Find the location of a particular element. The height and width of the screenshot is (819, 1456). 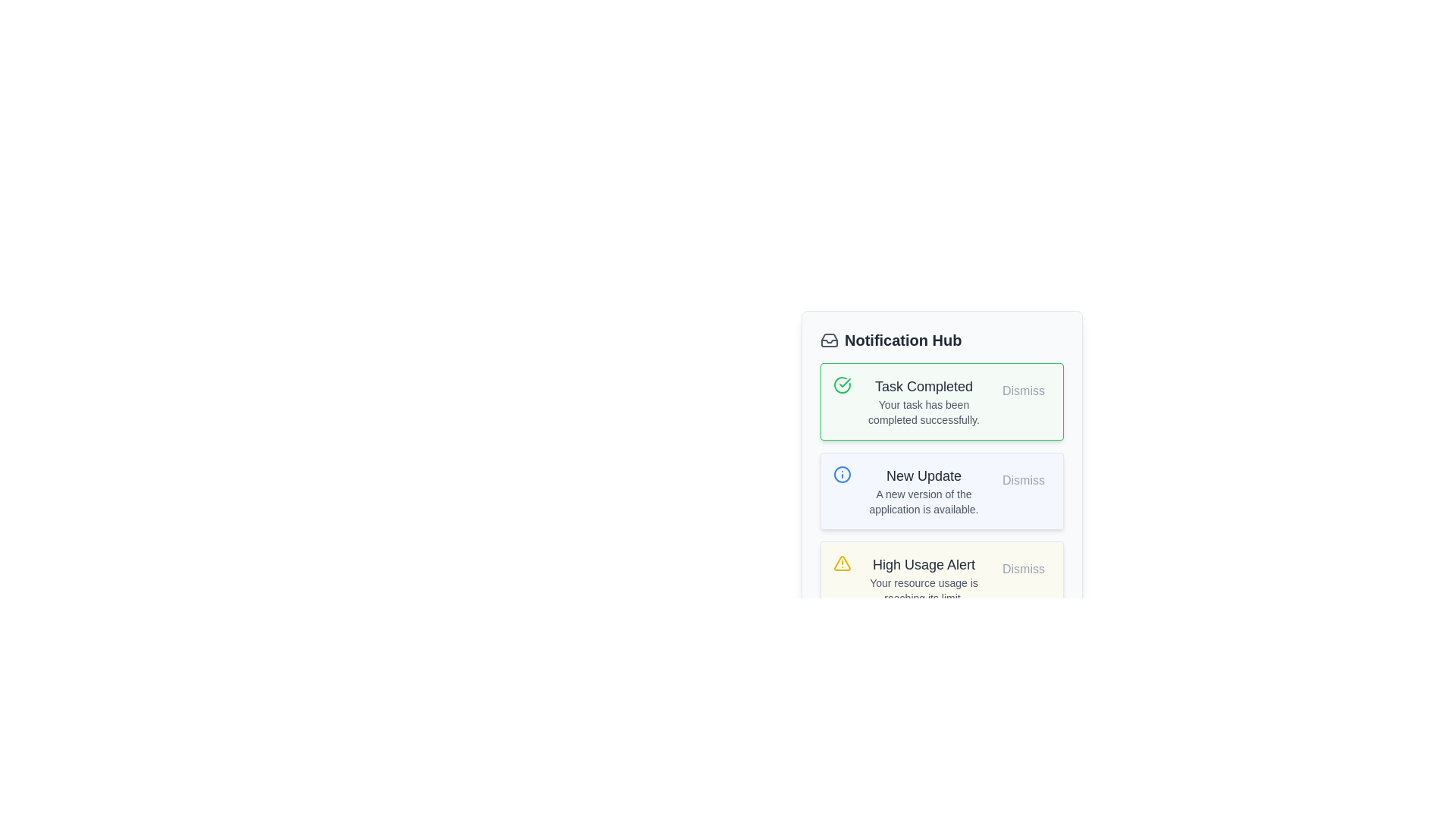

the 'Task Completed' notification card with a green border located in the notification center is located at coordinates (941, 444).